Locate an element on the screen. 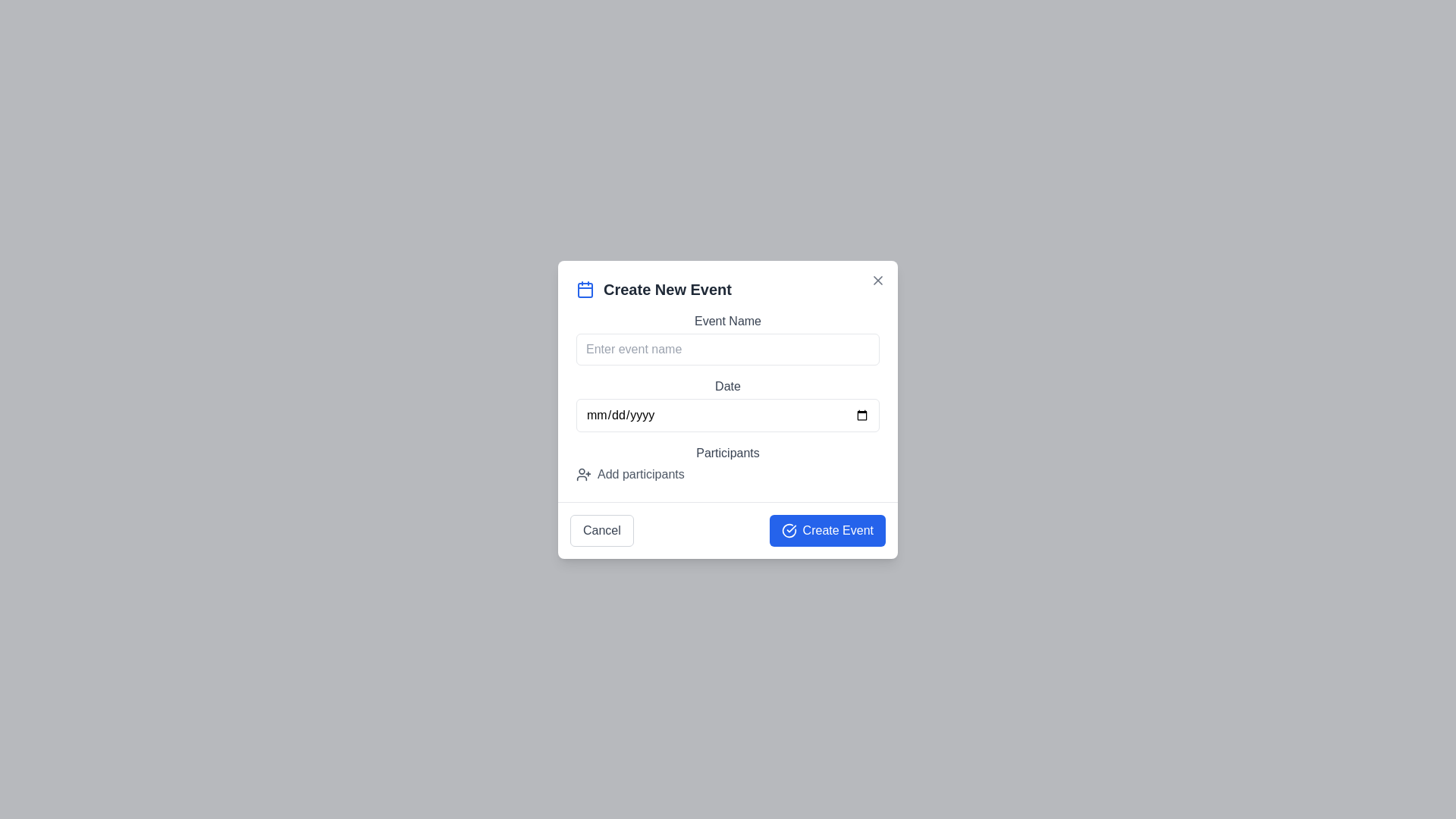 The width and height of the screenshot is (1456, 819). the text label located at the bottom-left of the 'Create New Event' modal, positioned under the 'Participants' label and to the right of the user icon with a plus symbol, to initiate adding participants to the event is located at coordinates (641, 473).